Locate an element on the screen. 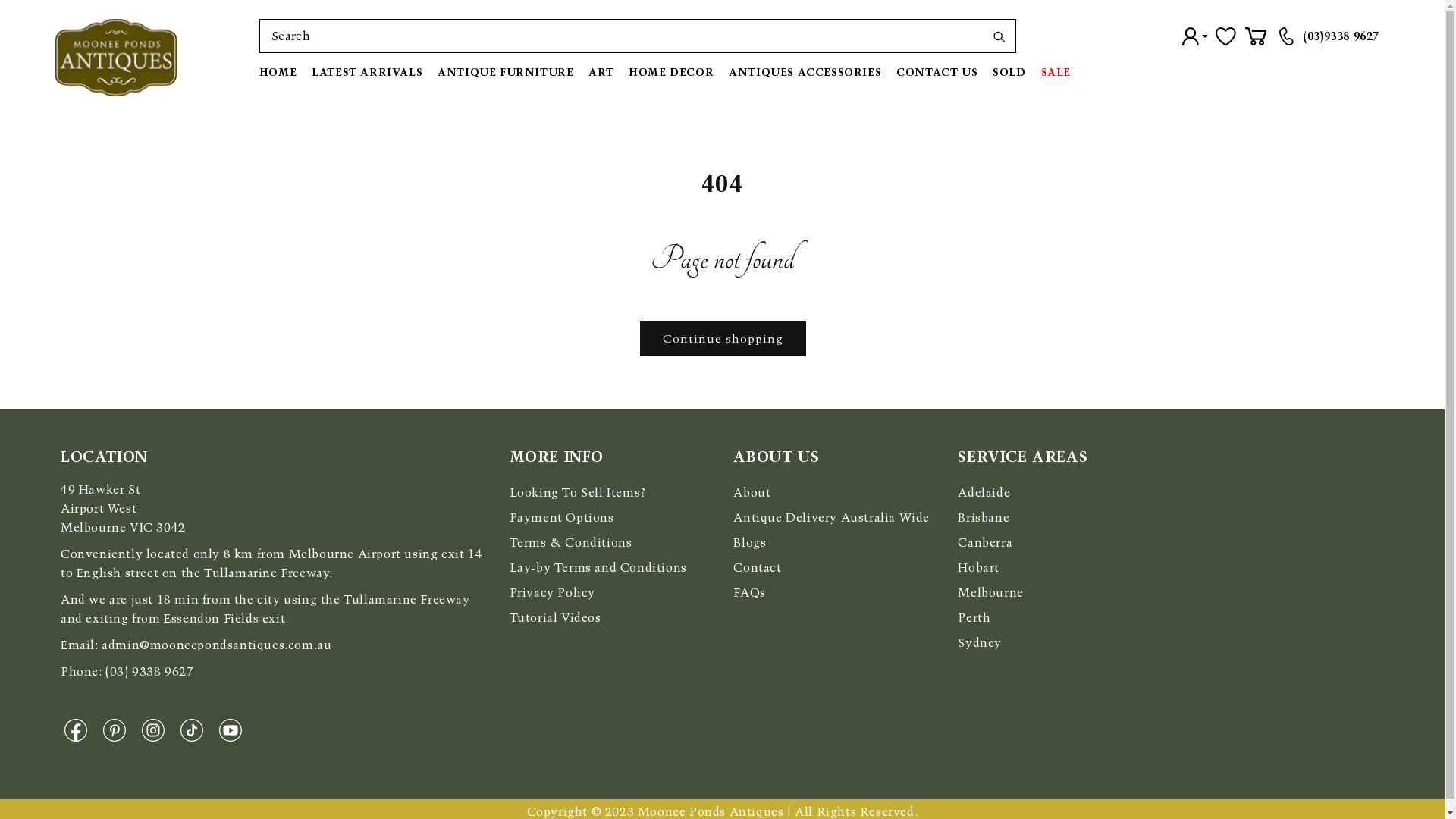 The height and width of the screenshot is (819, 1456). 'Sydney' is located at coordinates (979, 642).